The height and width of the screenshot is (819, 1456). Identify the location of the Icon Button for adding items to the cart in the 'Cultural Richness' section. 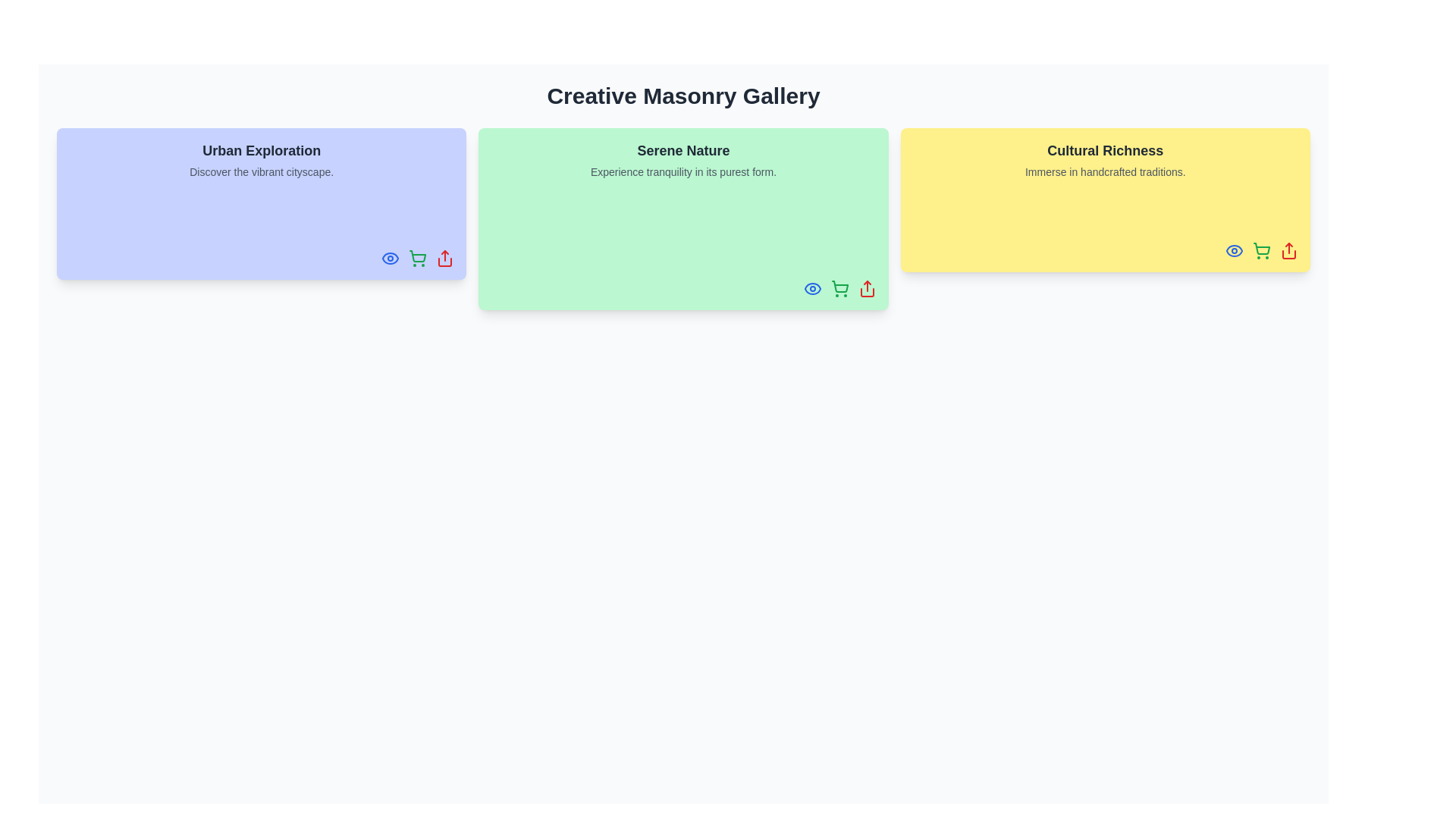
(1262, 250).